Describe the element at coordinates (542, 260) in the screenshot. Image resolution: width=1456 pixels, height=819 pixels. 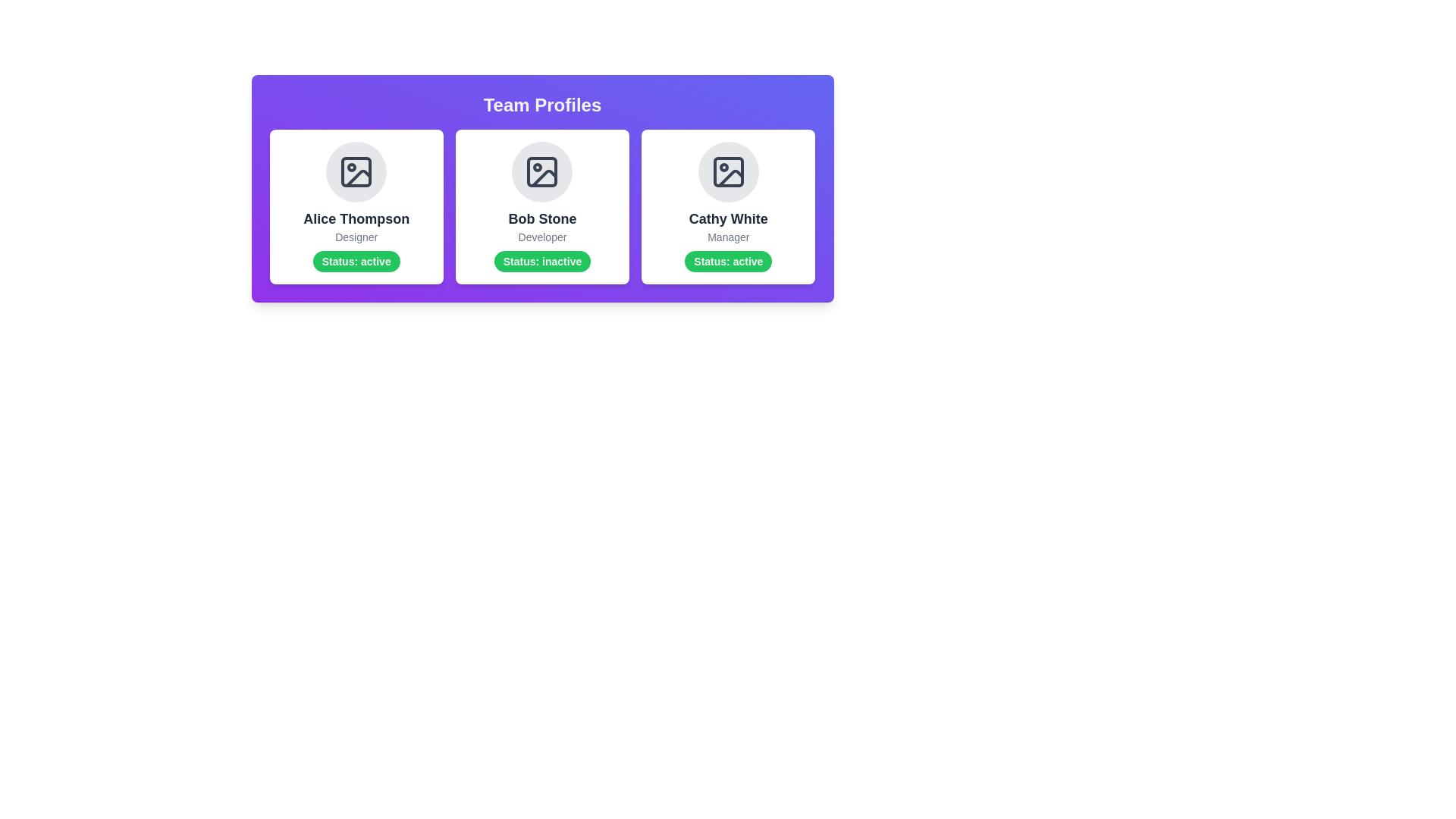
I see `the 'Status: inactive' button, which is a small rounded rectangular button with a green background located within the card for 'Bob Stone' in the team profiles section` at that location.